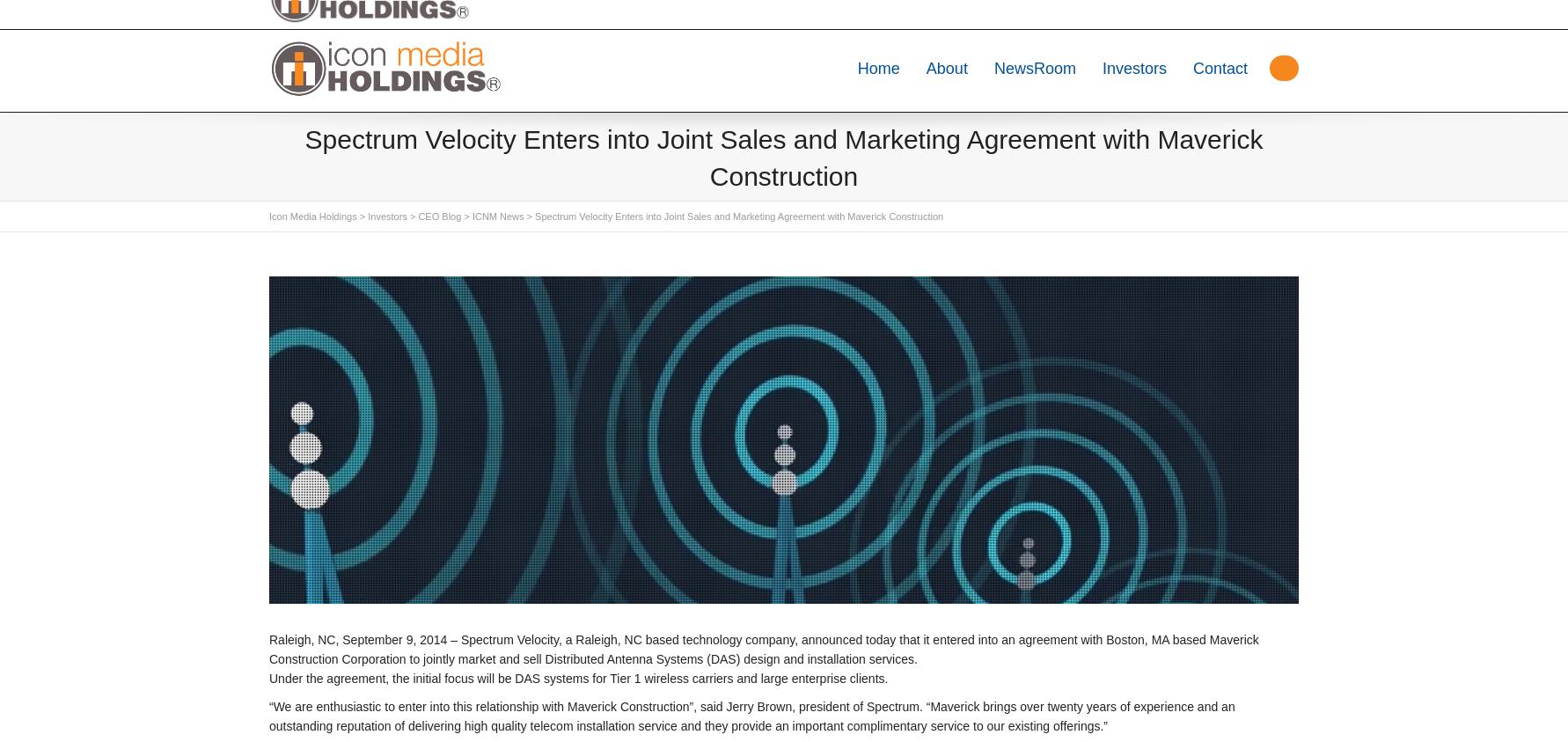 This screenshot has height=742, width=1568. What do you see at coordinates (267, 716) in the screenshot?
I see `'“We are enthusiastic to enter into this relationship with Maverick Construction”, said Jerry Brown, president of Spectrum. “Maverick brings over twenty years of experience and an outstanding reputation of delivering high quality telecom installation service and they provide an important complimentary service to our existing offerings.”'` at bounding box center [267, 716].